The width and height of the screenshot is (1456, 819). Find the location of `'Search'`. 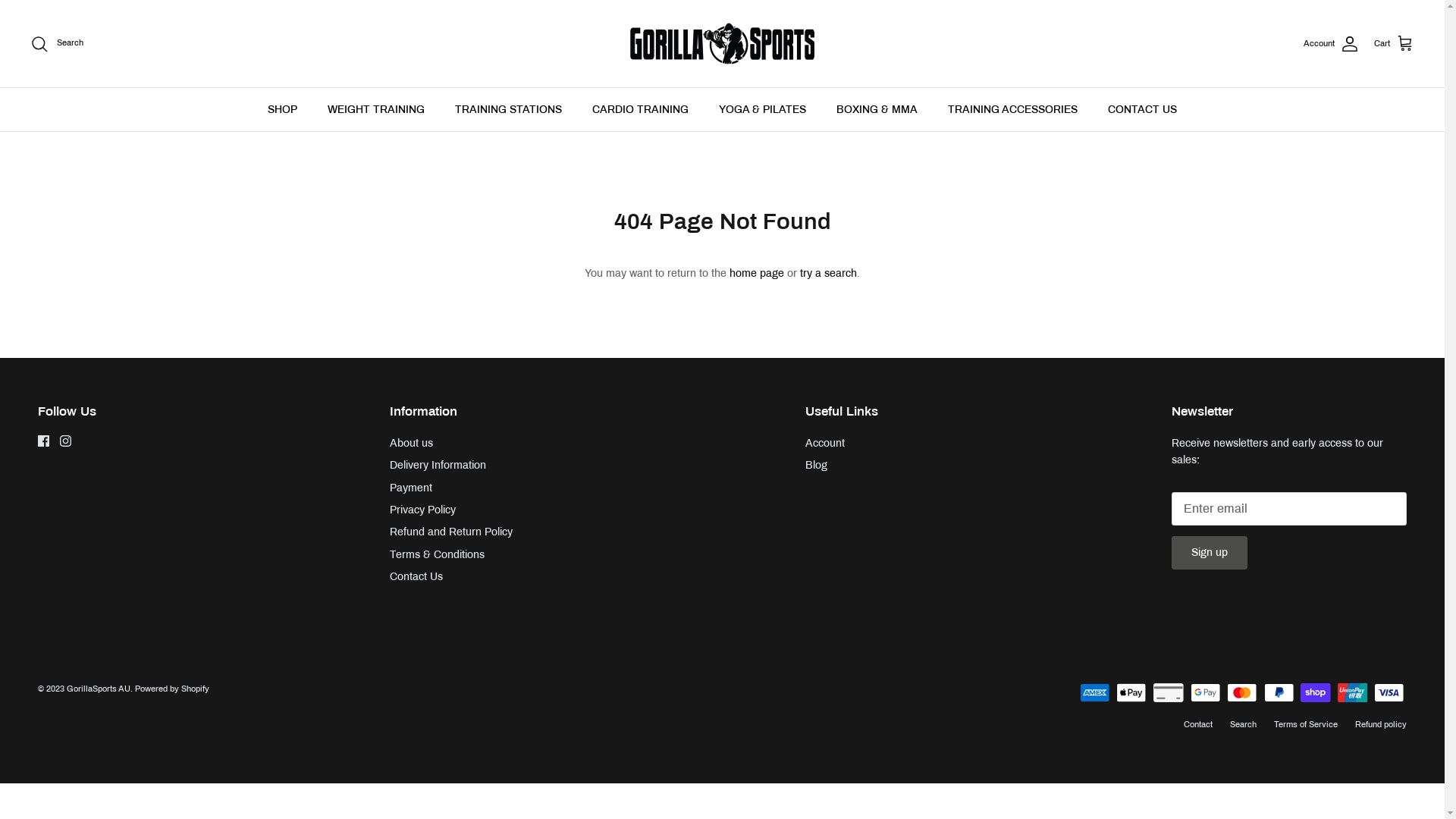

'Search' is located at coordinates (1243, 723).